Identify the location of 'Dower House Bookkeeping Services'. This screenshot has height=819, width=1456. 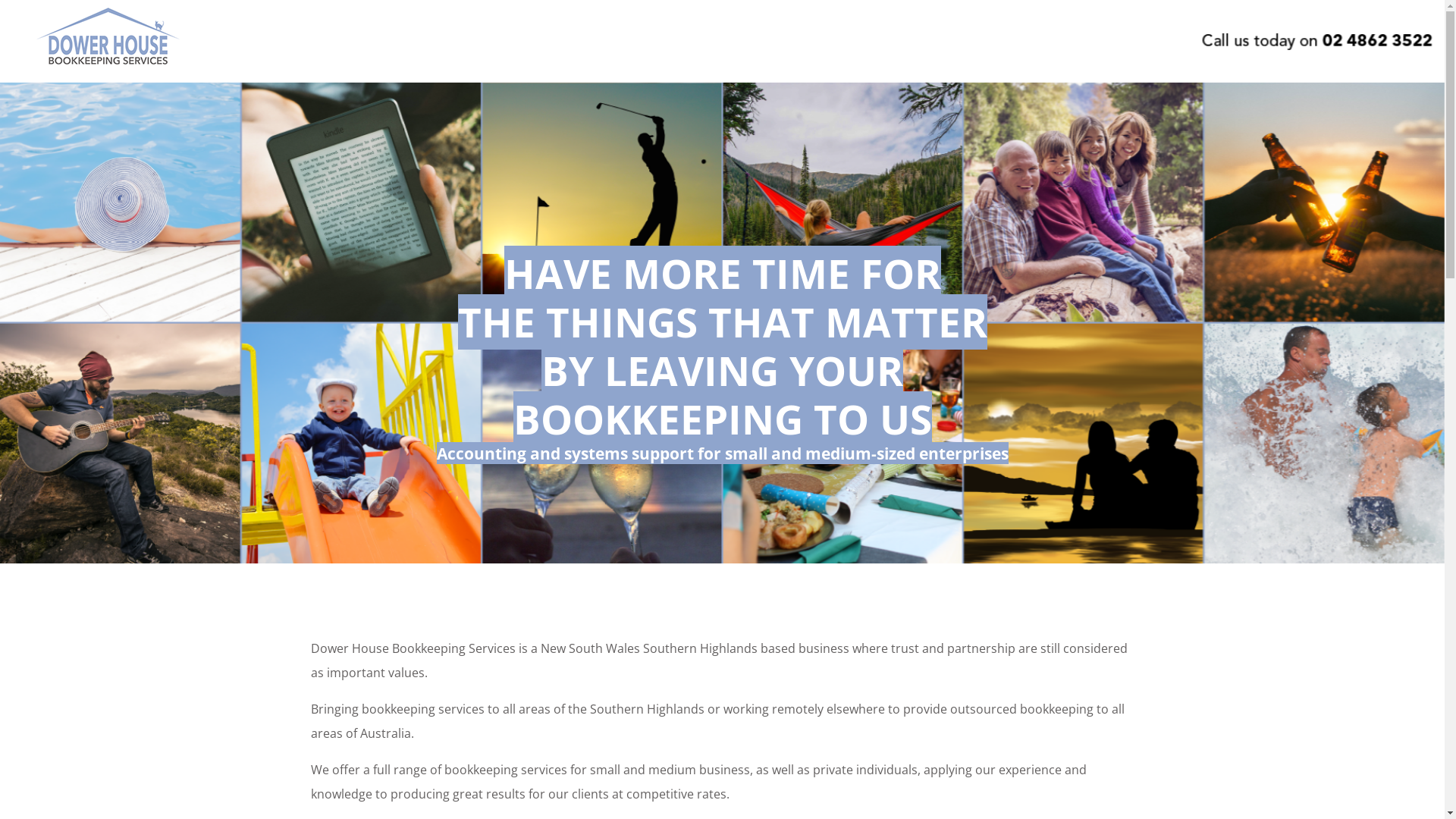
(36, 66).